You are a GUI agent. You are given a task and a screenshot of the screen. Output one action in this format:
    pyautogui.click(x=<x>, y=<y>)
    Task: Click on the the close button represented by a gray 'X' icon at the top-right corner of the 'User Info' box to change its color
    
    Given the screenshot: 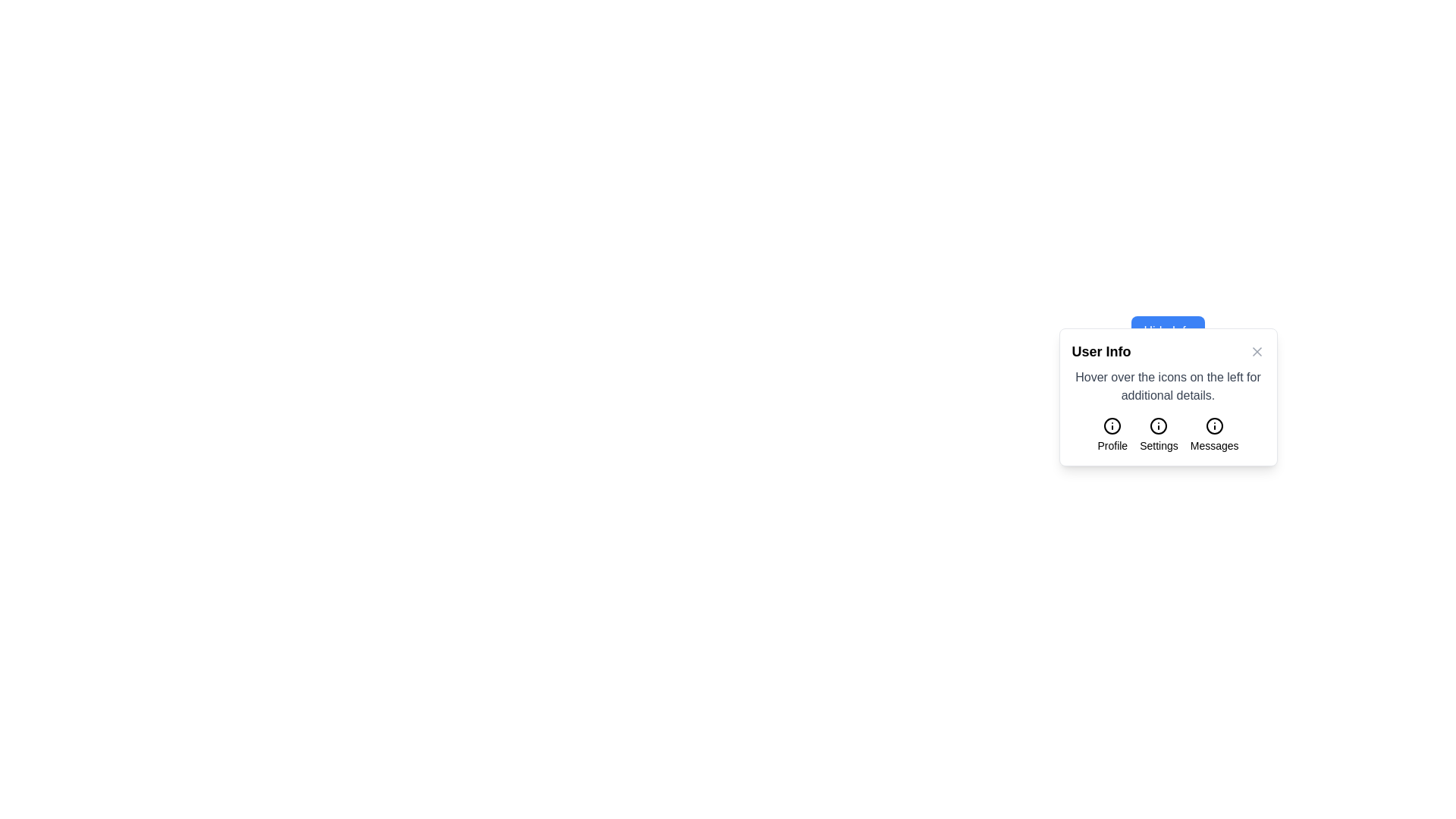 What is the action you would take?
    pyautogui.click(x=1257, y=351)
    